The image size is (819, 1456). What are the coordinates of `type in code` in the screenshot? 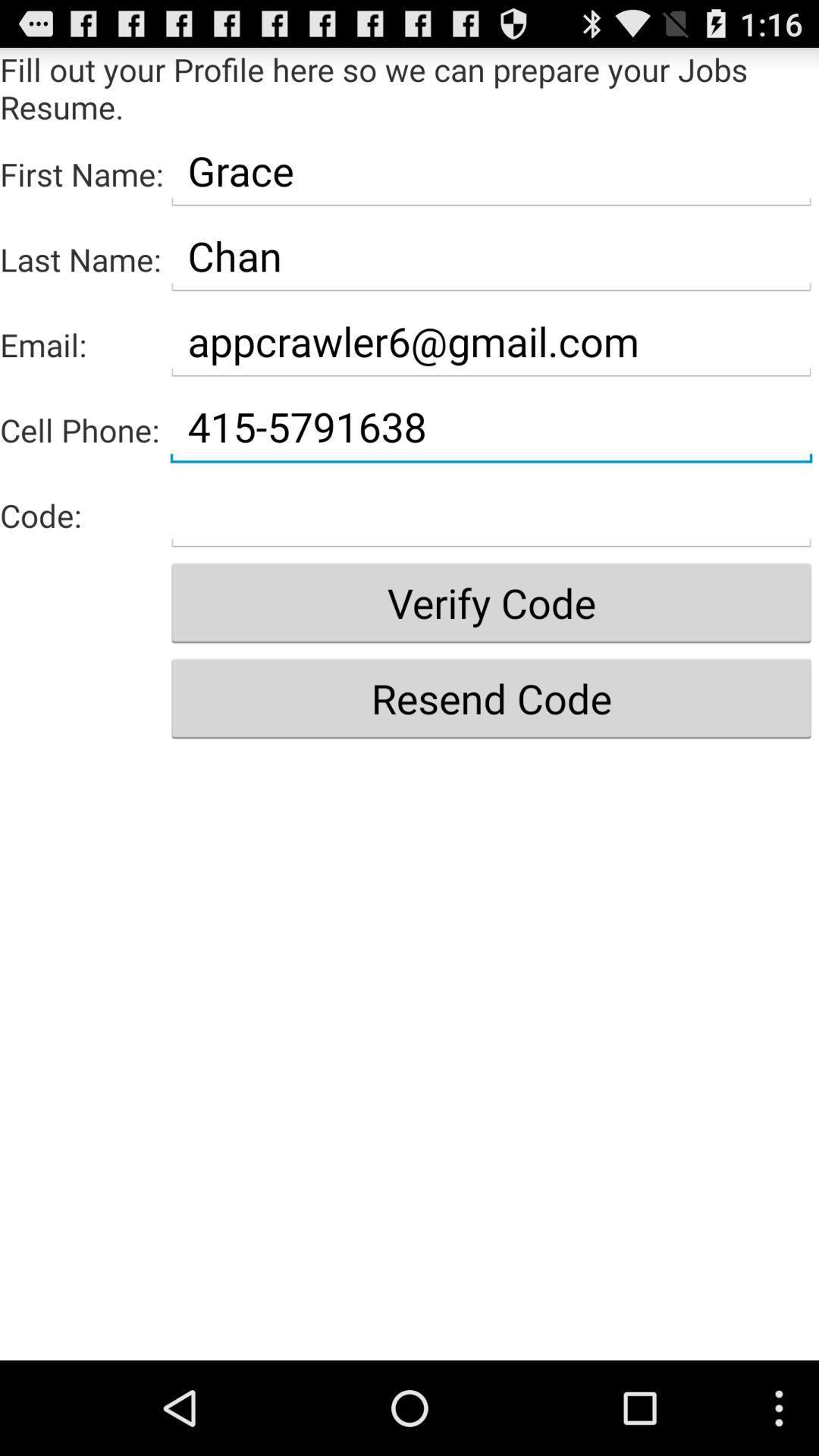 It's located at (491, 512).